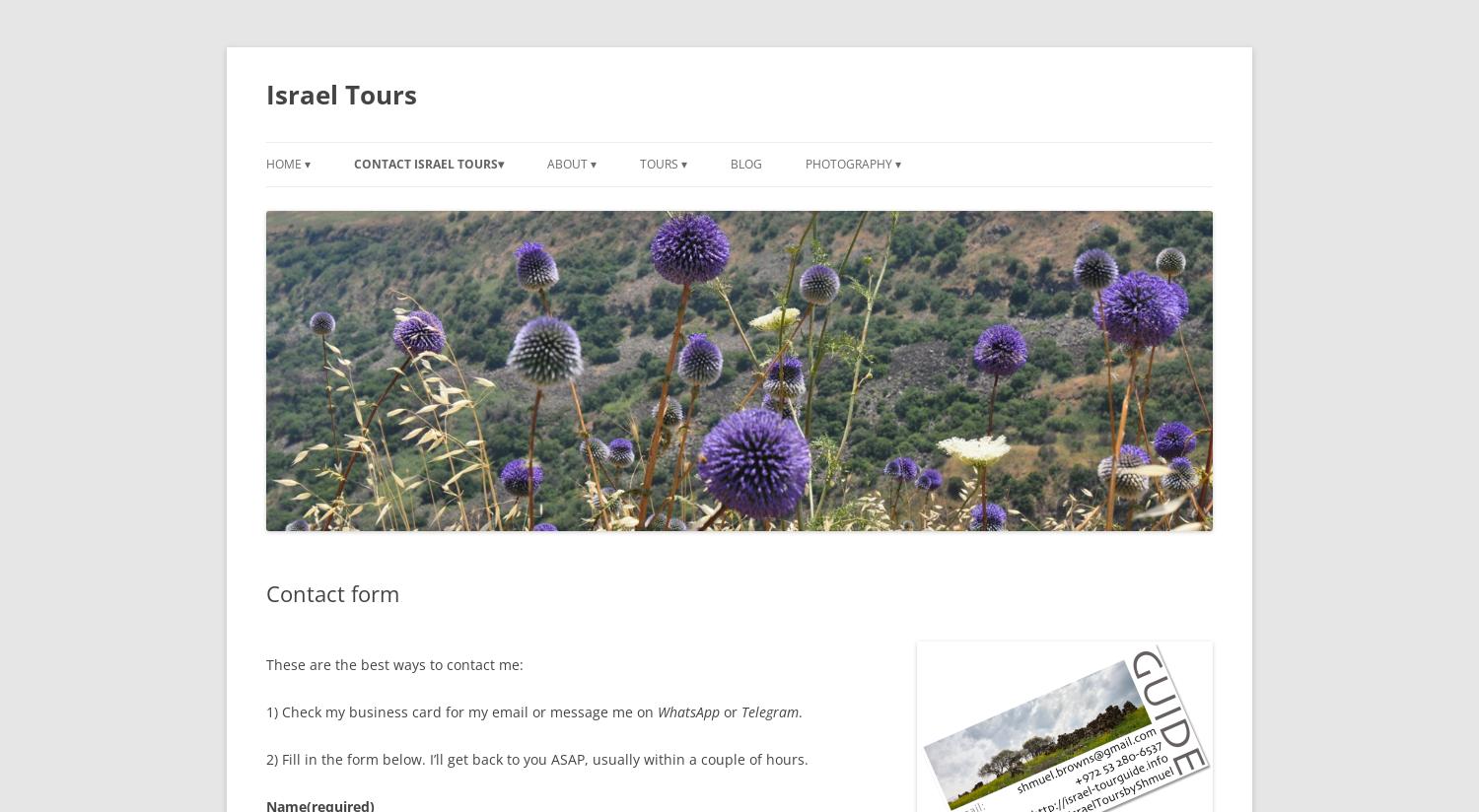  Describe the element at coordinates (428, 163) in the screenshot. I see `'Contact Israel Tours▾'` at that location.